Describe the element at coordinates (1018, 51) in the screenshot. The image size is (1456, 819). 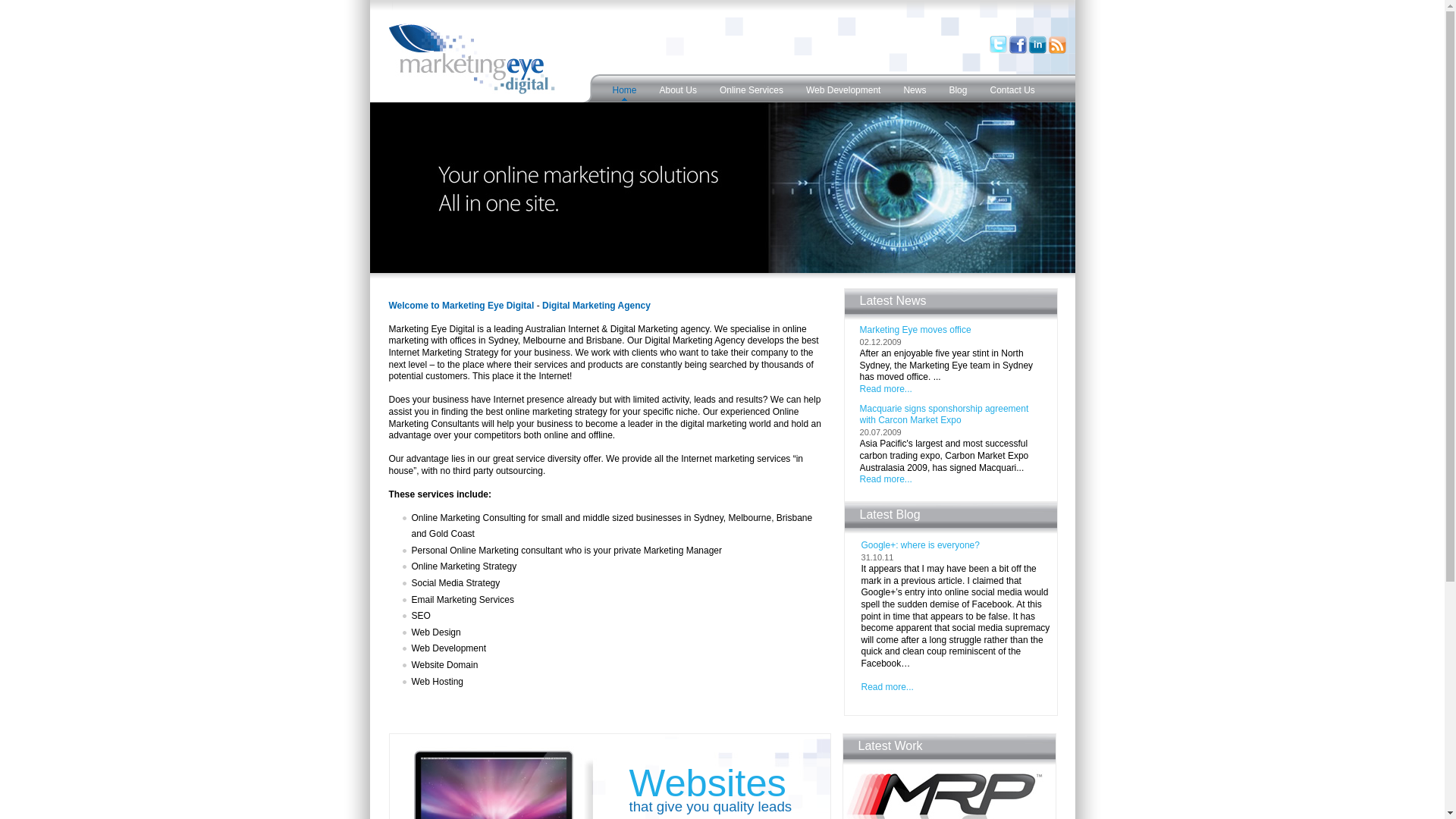
I see `'Find us on Facebook'` at that location.